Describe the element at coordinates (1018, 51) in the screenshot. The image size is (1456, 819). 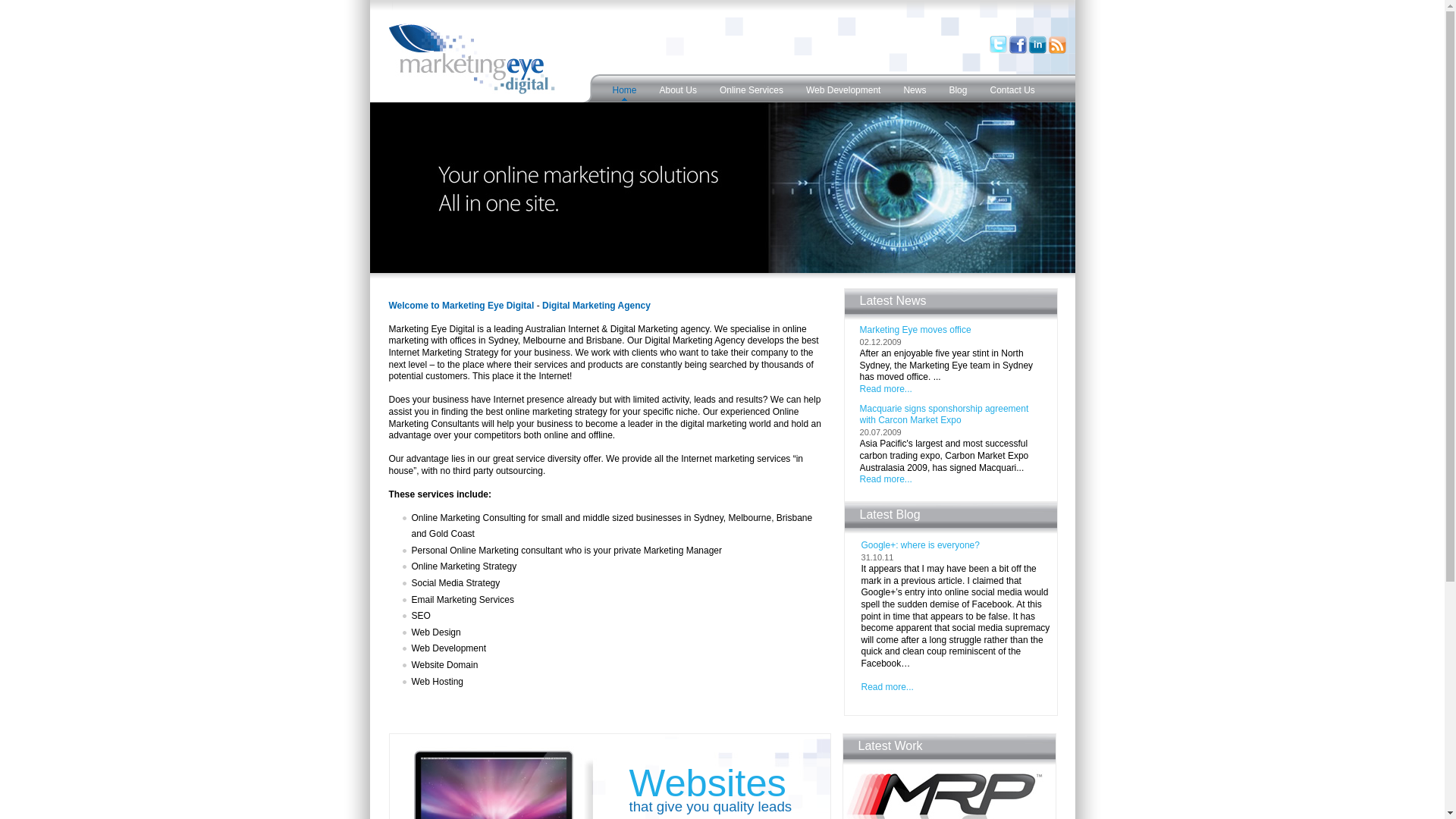
I see `'Find us on Facebook'` at that location.